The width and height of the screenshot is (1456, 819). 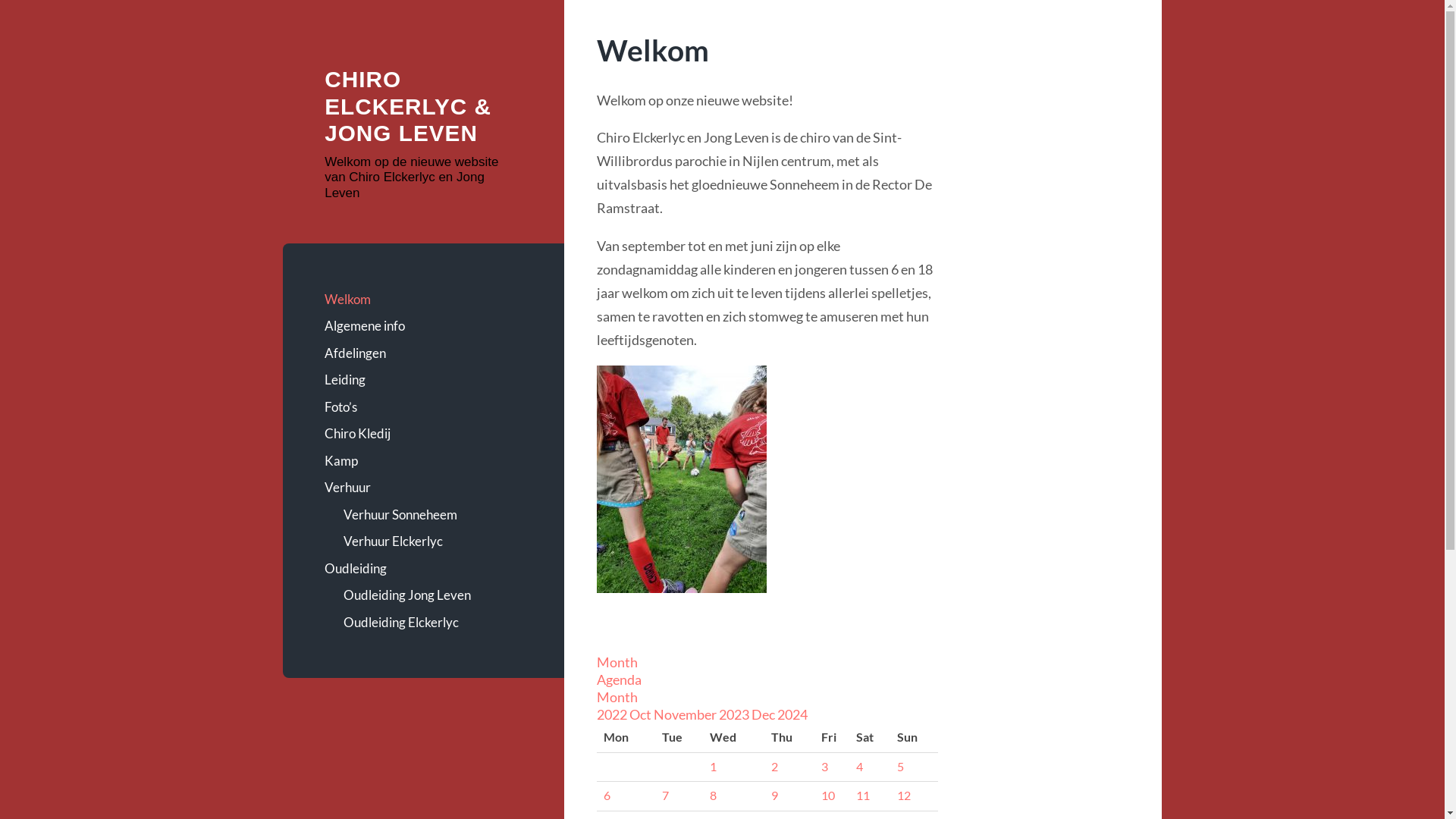 I want to click on 'Oudleiding Elckerlyc', so click(x=431, y=623).